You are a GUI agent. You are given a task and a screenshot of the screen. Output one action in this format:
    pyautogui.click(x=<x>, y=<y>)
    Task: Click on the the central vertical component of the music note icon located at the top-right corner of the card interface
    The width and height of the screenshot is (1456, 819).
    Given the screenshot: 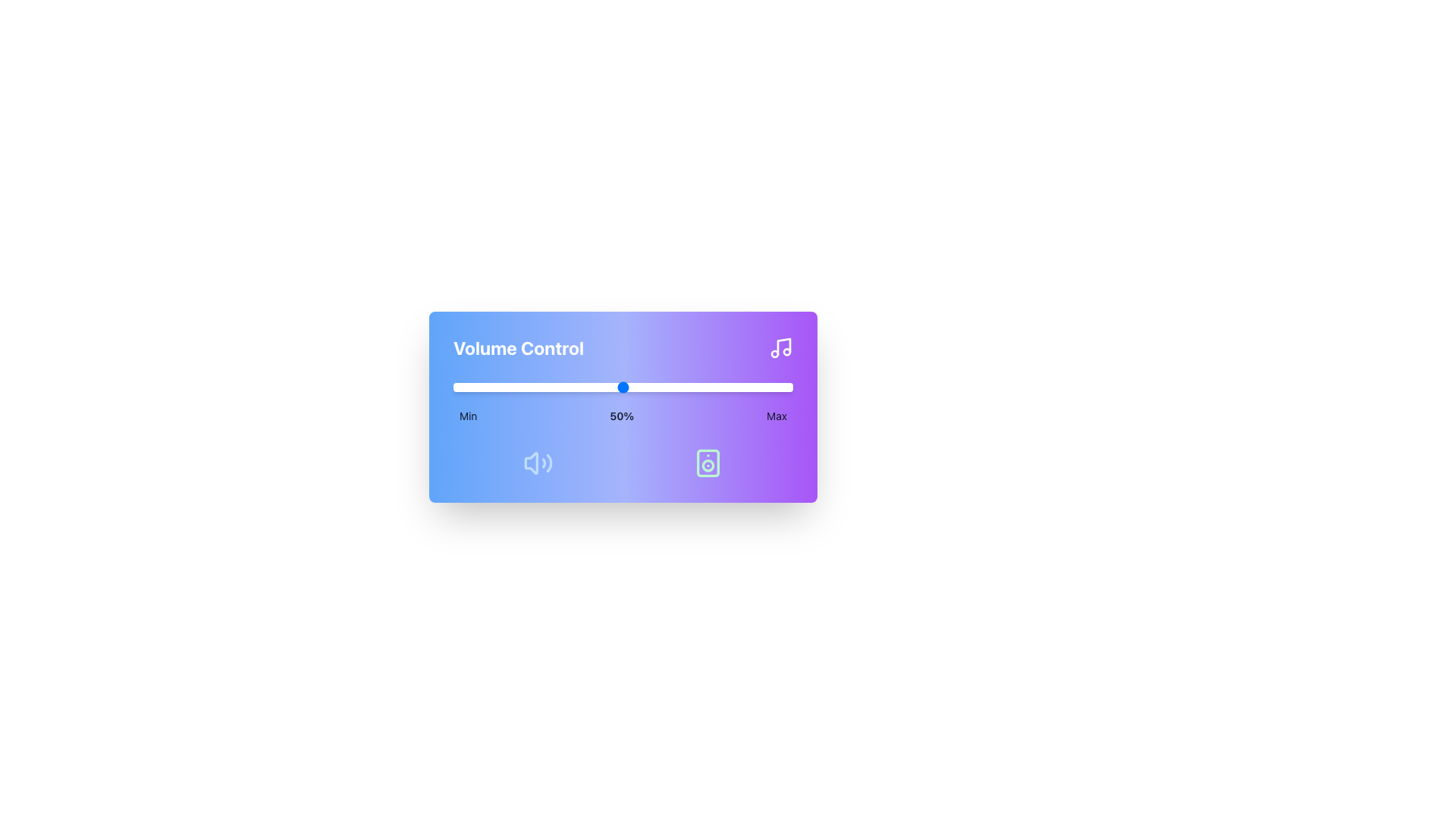 What is the action you would take?
    pyautogui.click(x=783, y=346)
    